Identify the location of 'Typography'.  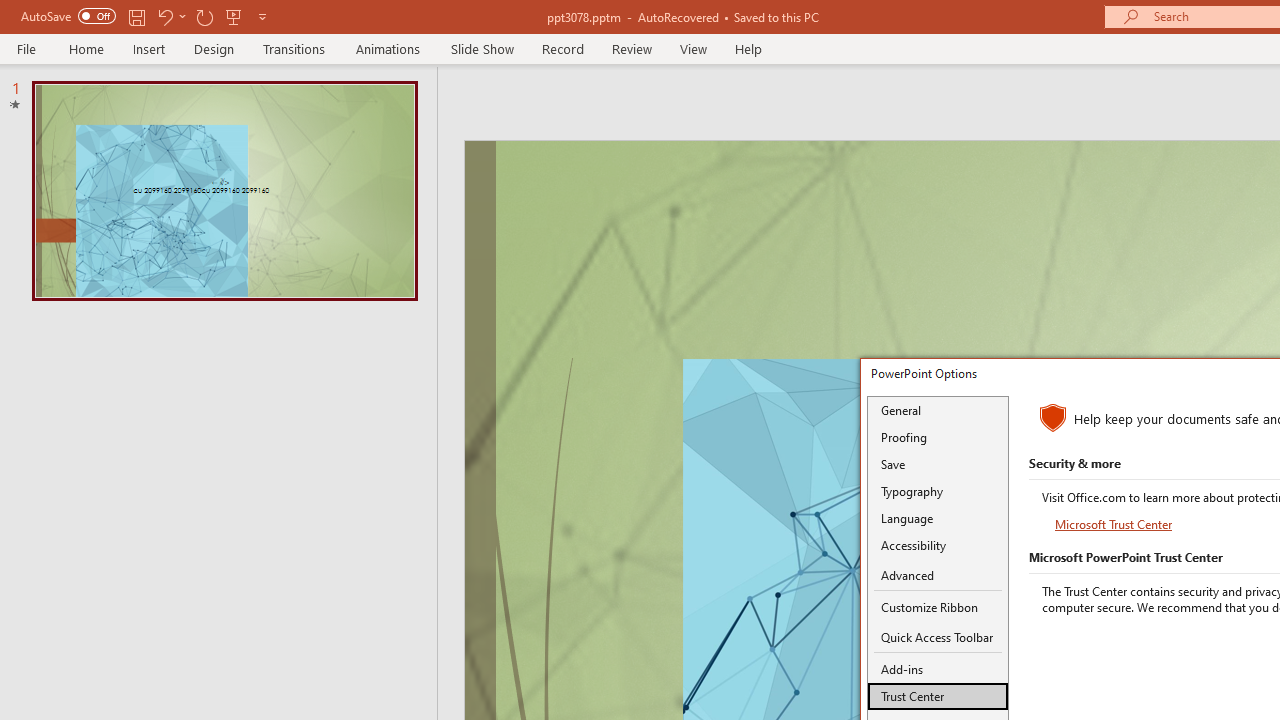
(937, 491).